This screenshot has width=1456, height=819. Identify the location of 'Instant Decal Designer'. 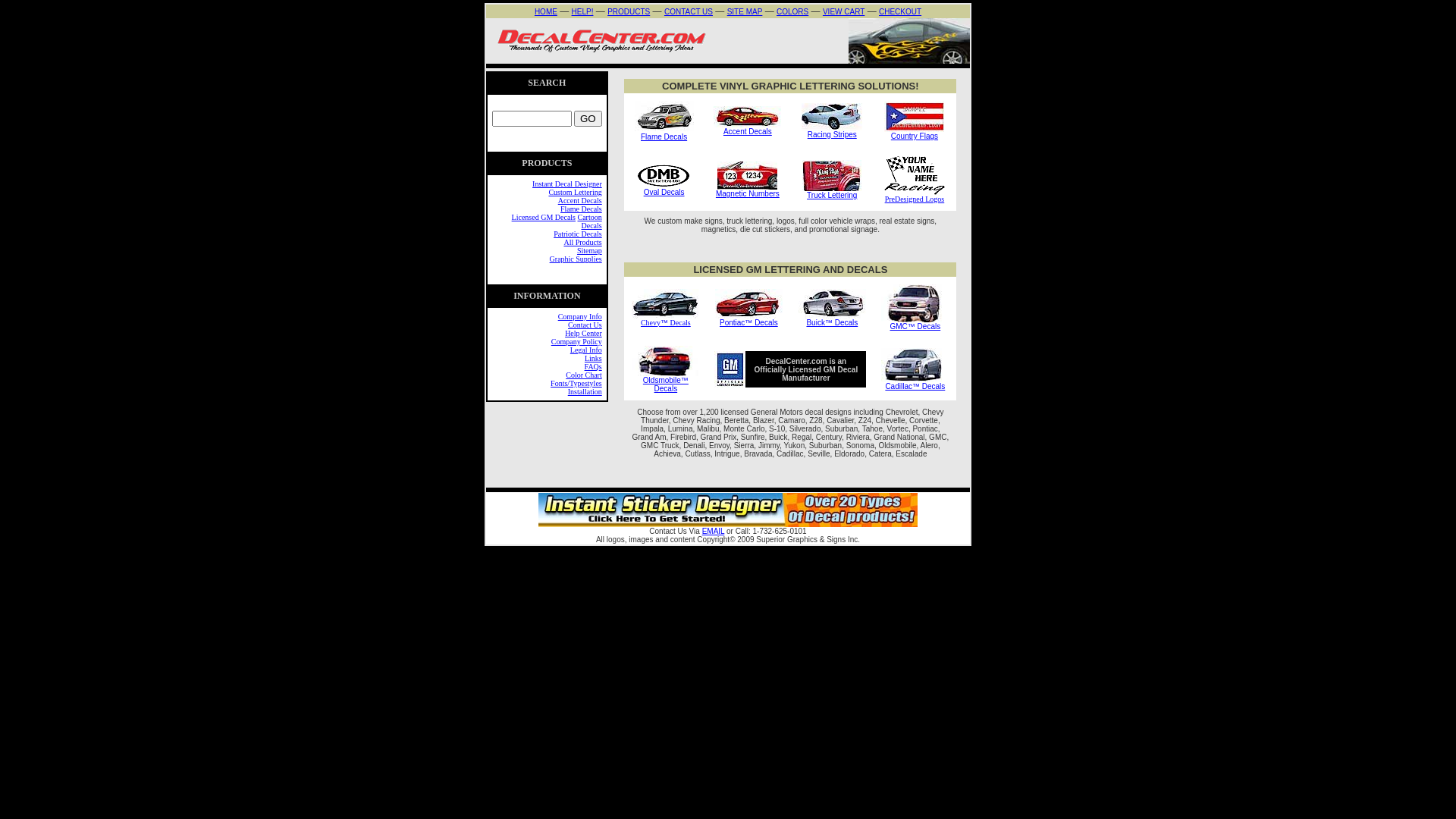
(566, 183).